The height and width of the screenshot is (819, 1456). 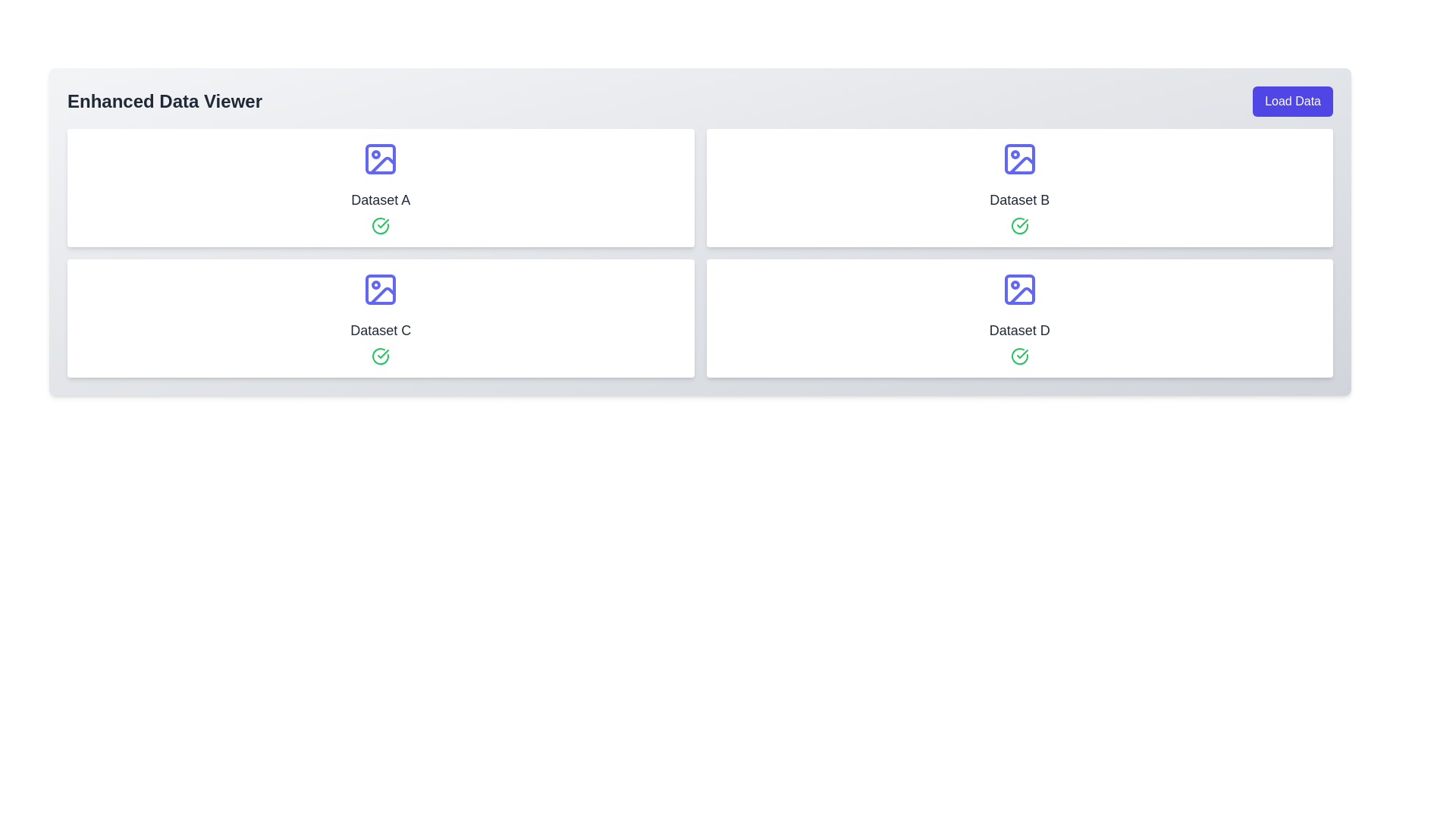 What do you see at coordinates (381, 158) in the screenshot?
I see `the vibrant indigo SVG icon resembling a picture frame, located above the 'Dataset A' label and the green checkmark icon` at bounding box center [381, 158].